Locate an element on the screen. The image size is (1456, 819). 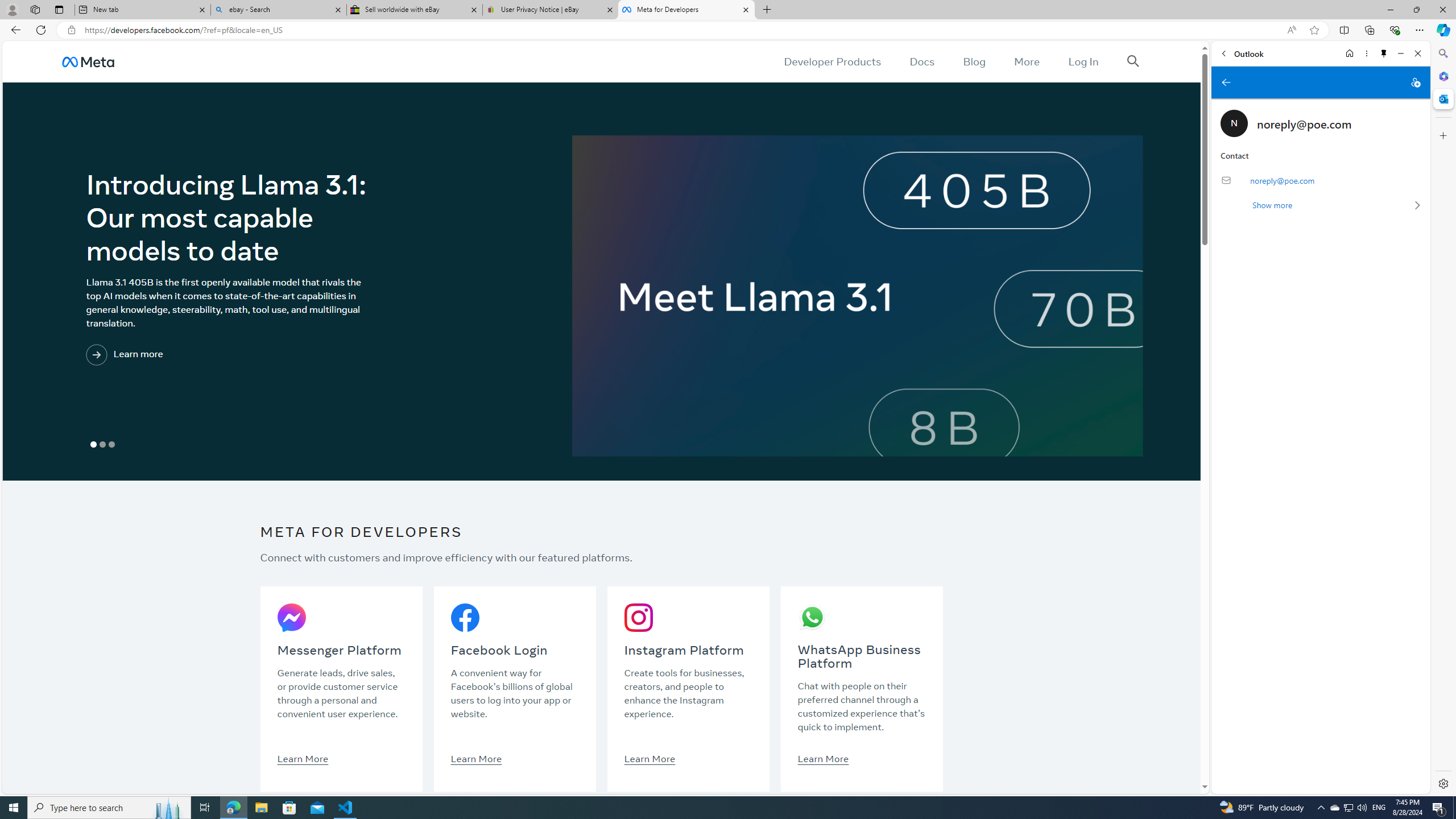
'Show Slide 2' is located at coordinates (102, 444).